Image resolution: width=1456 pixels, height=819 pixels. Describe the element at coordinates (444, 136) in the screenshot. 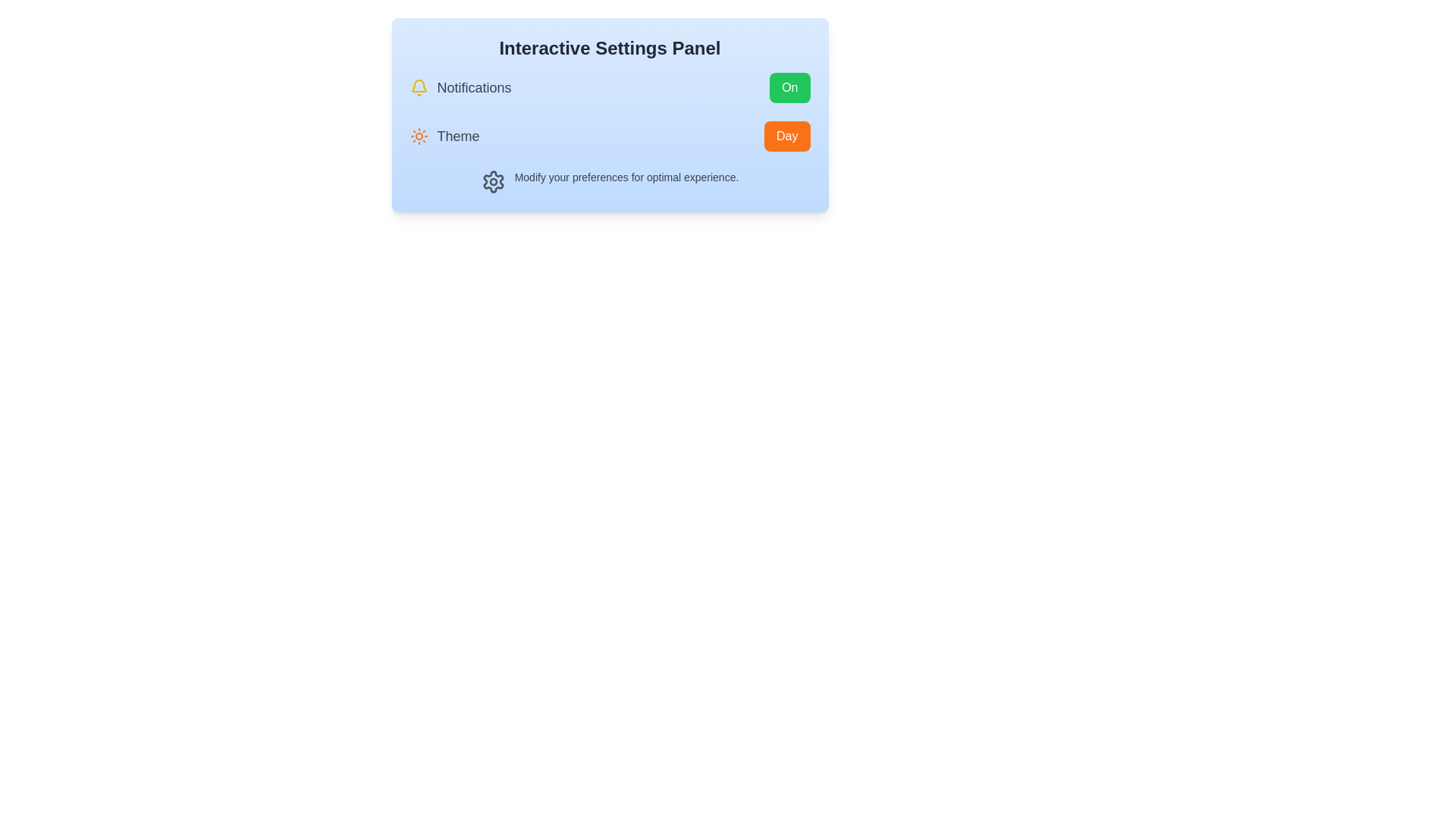

I see `label indicating the theme selection option in the settings panel for additional information` at that location.